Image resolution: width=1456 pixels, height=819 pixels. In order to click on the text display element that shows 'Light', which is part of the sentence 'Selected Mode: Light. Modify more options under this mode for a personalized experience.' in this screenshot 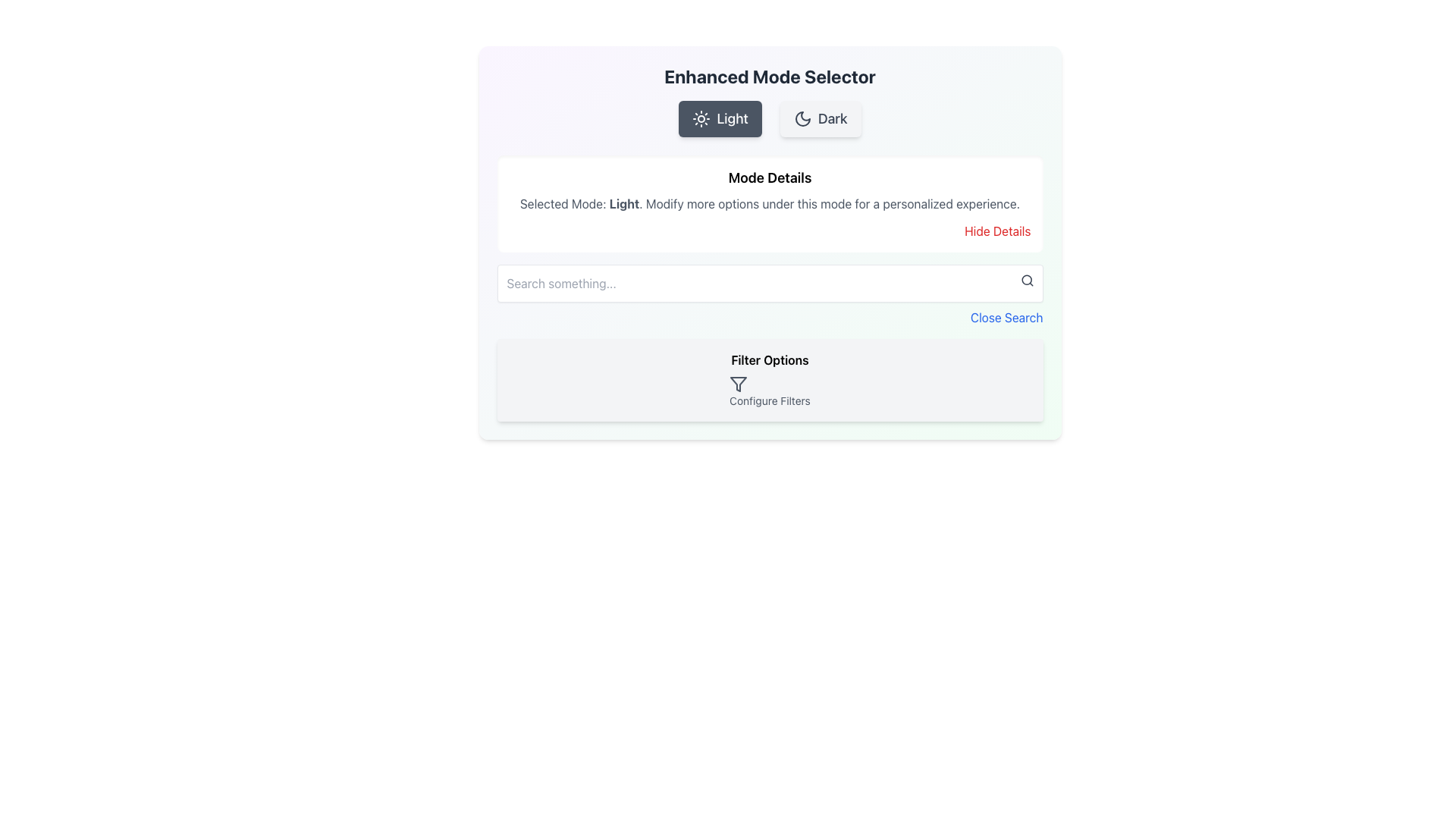, I will do `click(624, 203)`.